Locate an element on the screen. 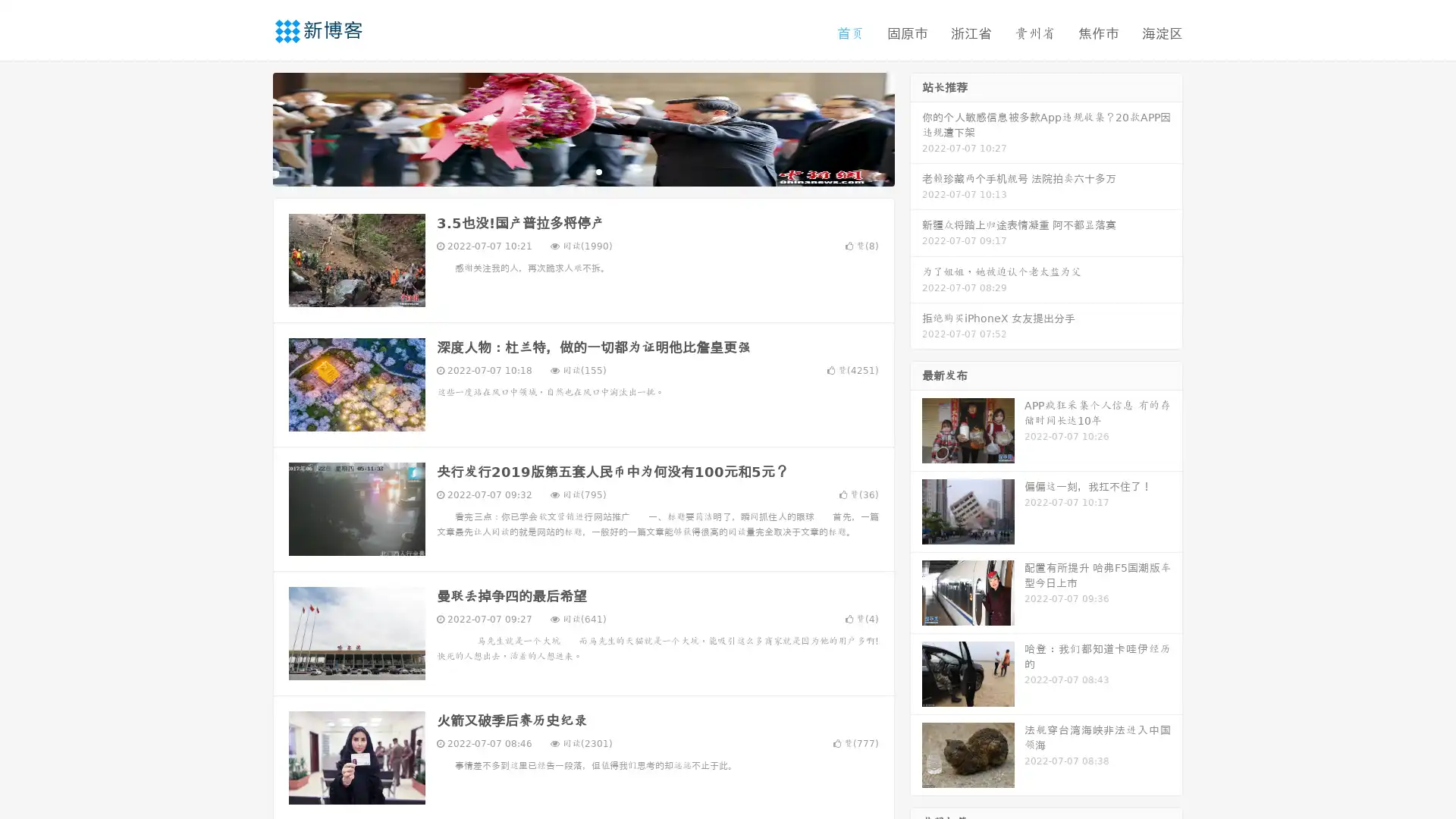 The width and height of the screenshot is (1456, 819). Go to slide 3 is located at coordinates (598, 171).